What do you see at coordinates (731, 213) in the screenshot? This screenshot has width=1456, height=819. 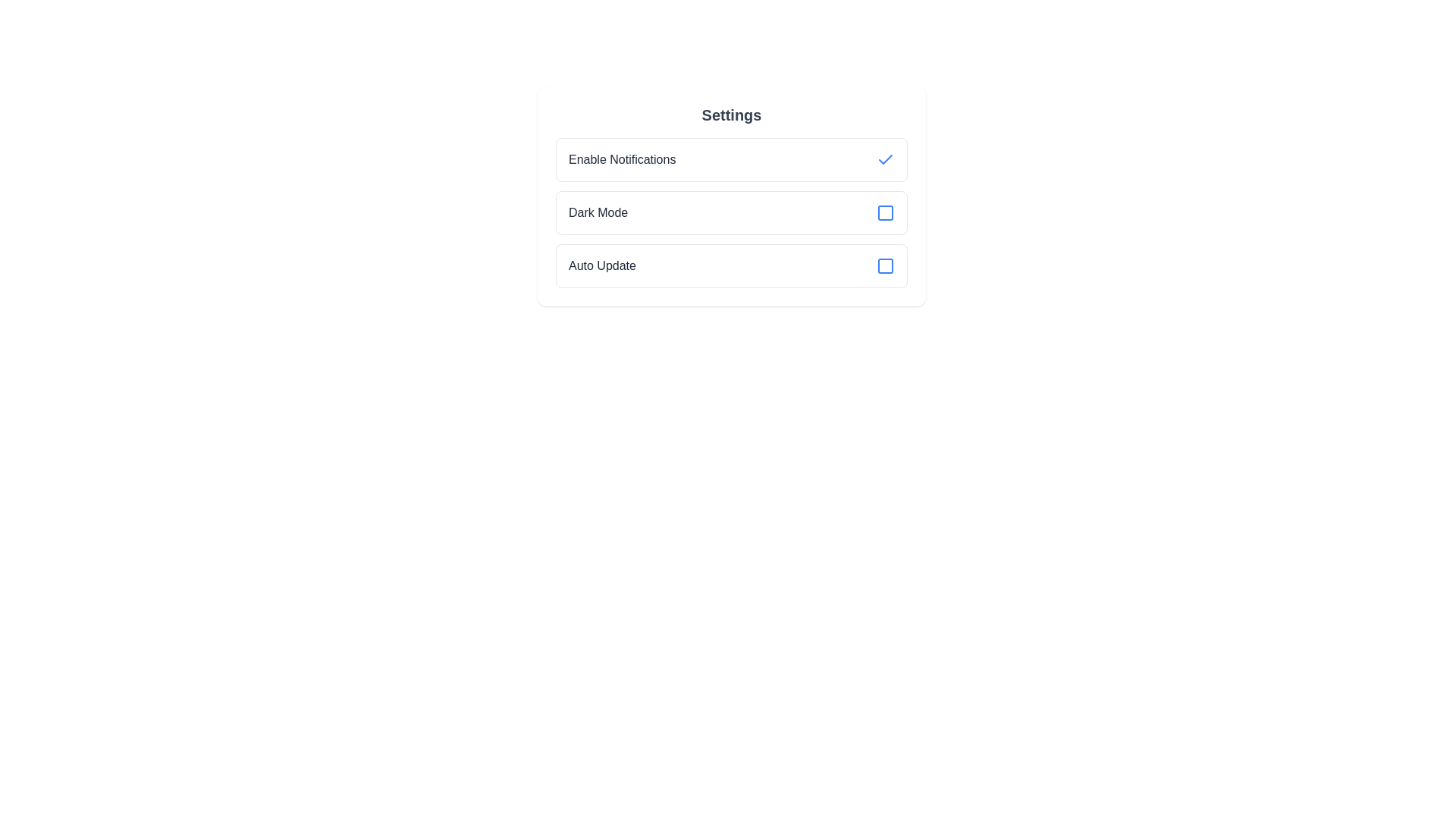 I see `the 'Dark Mode' toggleable list item` at bounding box center [731, 213].